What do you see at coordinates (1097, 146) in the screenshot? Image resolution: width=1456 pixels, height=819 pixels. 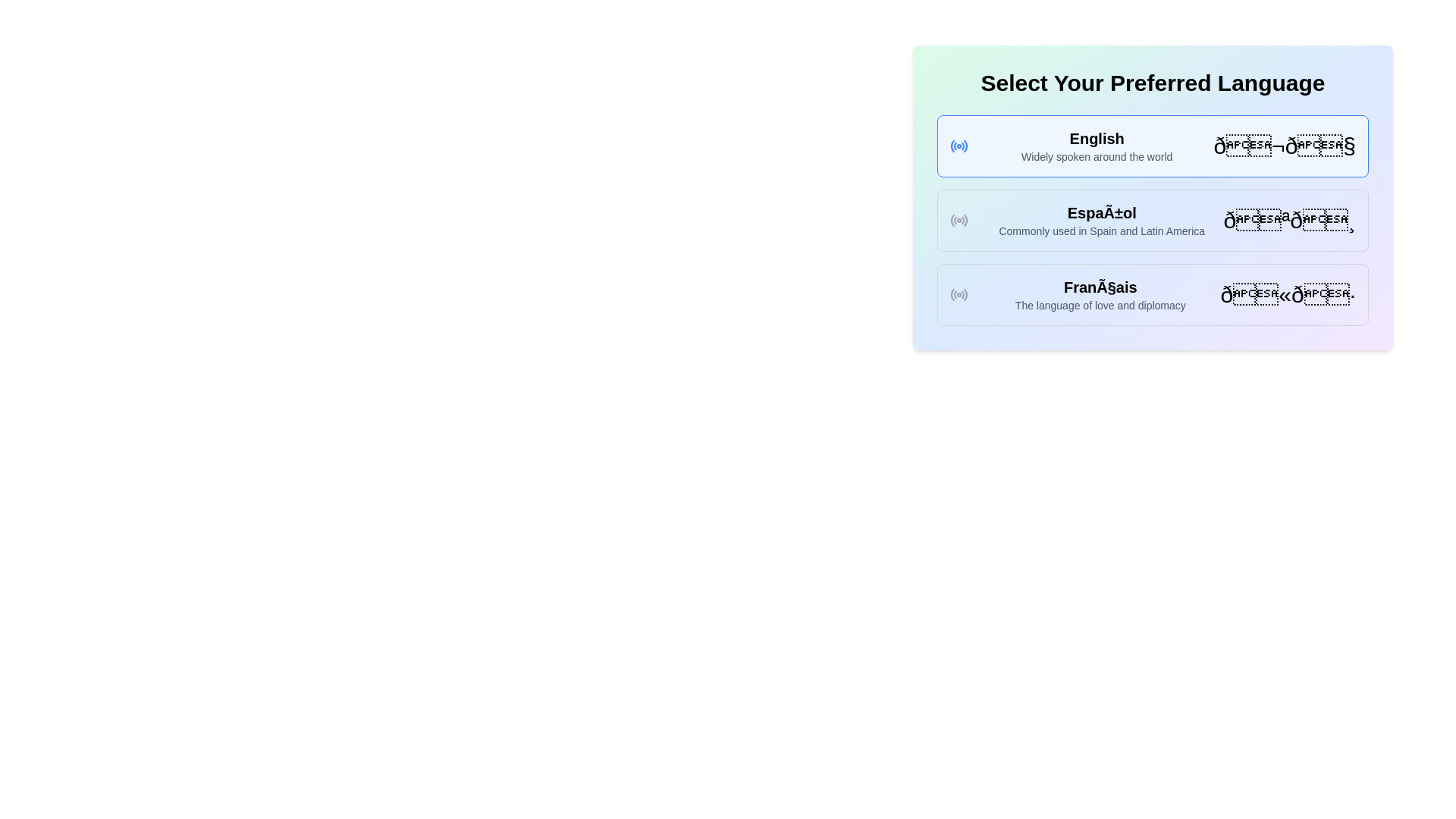 I see `the text element displaying the name and description of the English language in the language selection menu, located directly below the section title 'Select Your Preferred Language'` at bounding box center [1097, 146].